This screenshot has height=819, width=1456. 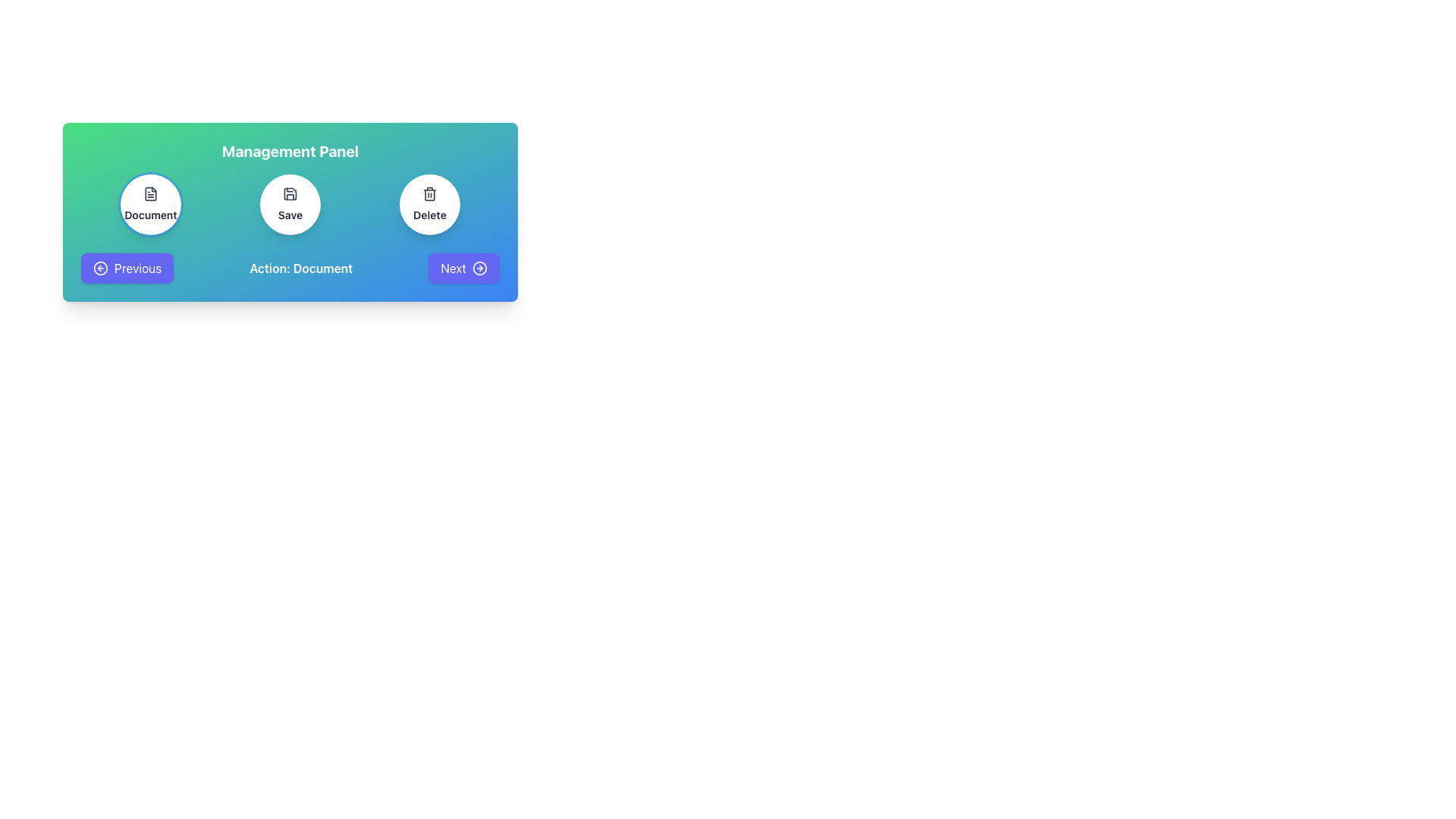 What do you see at coordinates (127, 268) in the screenshot?
I see `the rectangular button with a purple background and white text reading 'Previous'` at bounding box center [127, 268].